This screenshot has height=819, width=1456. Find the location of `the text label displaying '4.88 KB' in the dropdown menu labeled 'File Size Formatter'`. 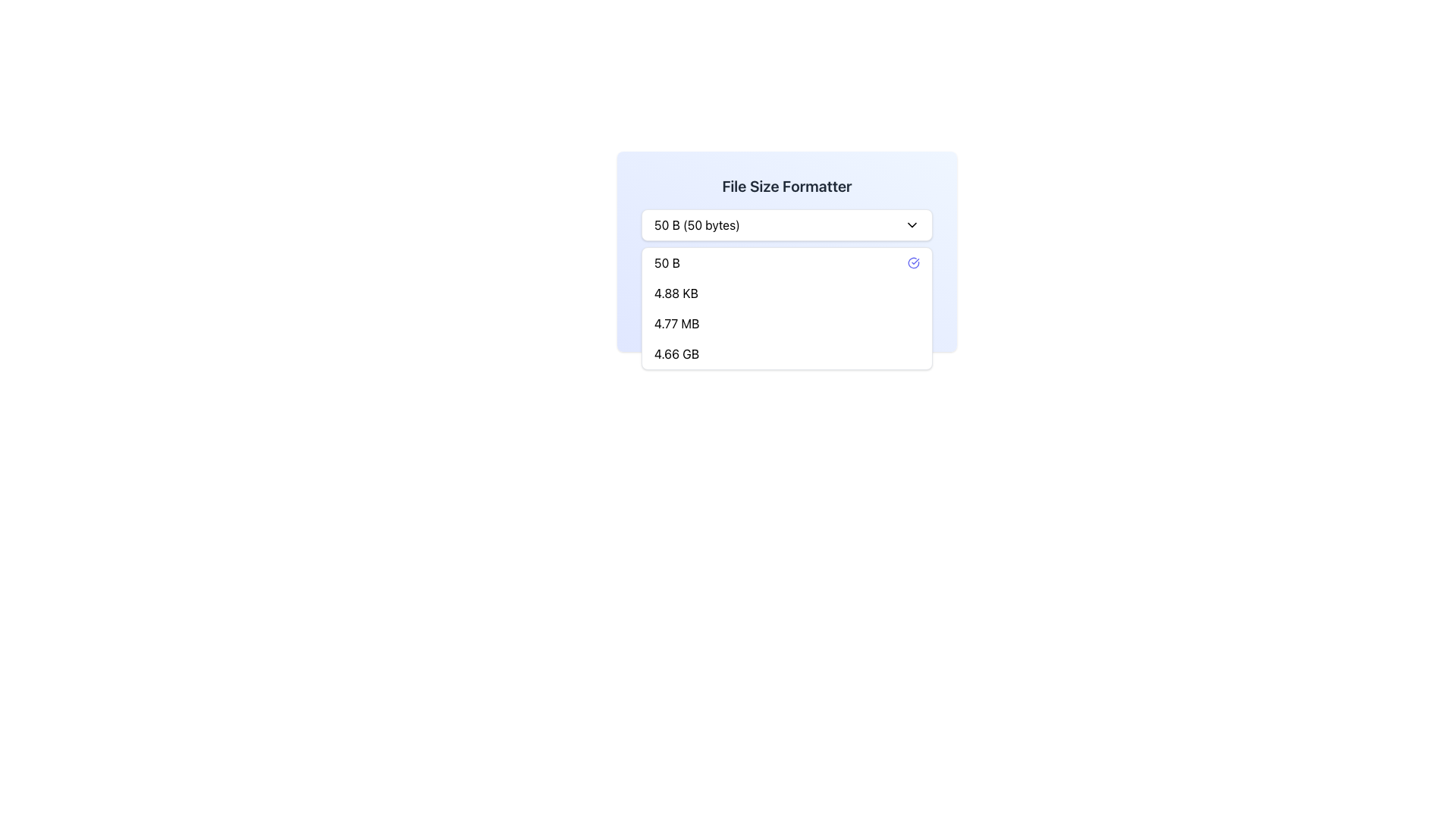

the text label displaying '4.88 KB' in the dropdown menu labeled 'File Size Formatter' is located at coordinates (675, 293).